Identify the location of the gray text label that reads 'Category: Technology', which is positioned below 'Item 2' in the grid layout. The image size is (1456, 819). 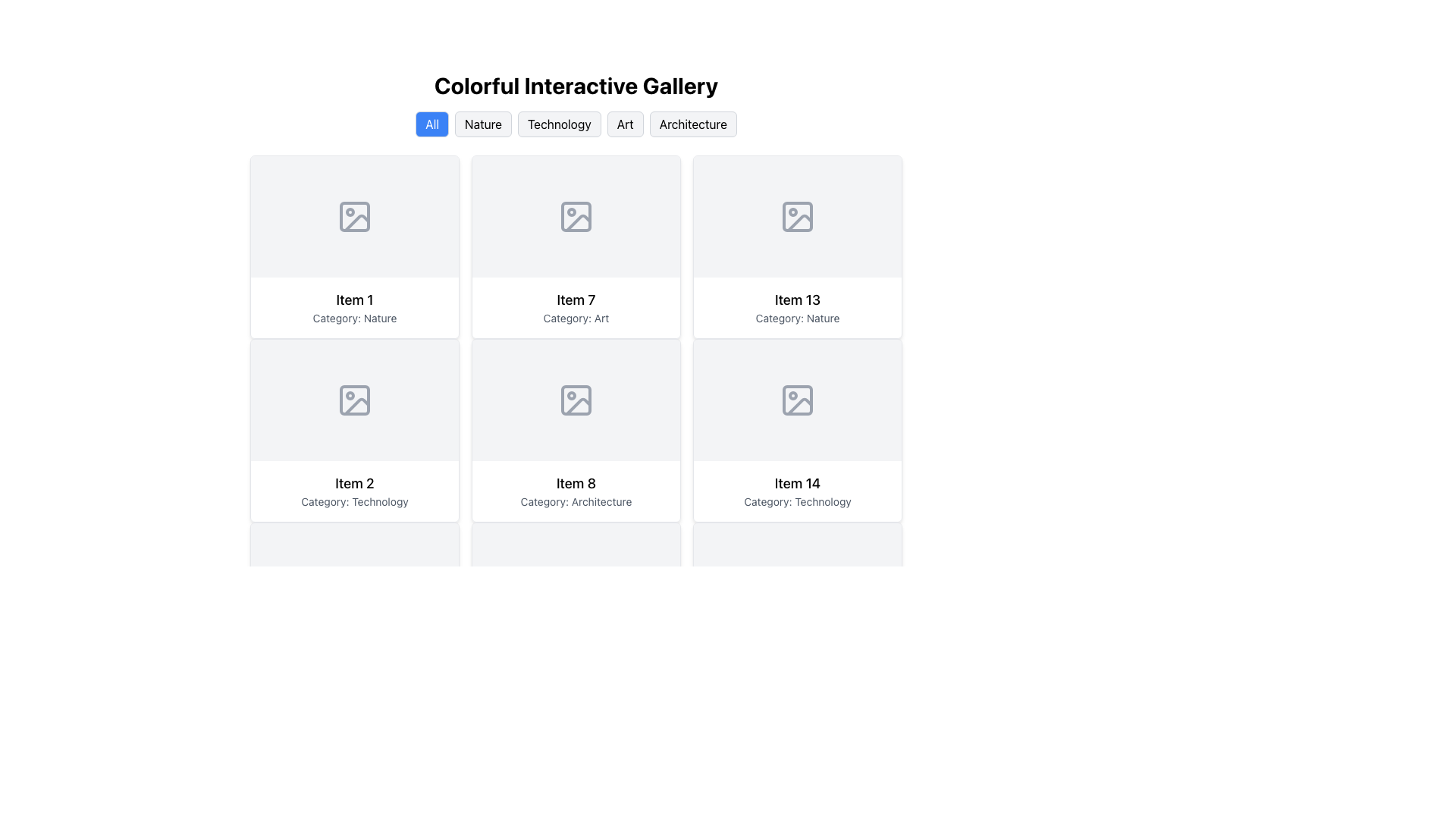
(353, 502).